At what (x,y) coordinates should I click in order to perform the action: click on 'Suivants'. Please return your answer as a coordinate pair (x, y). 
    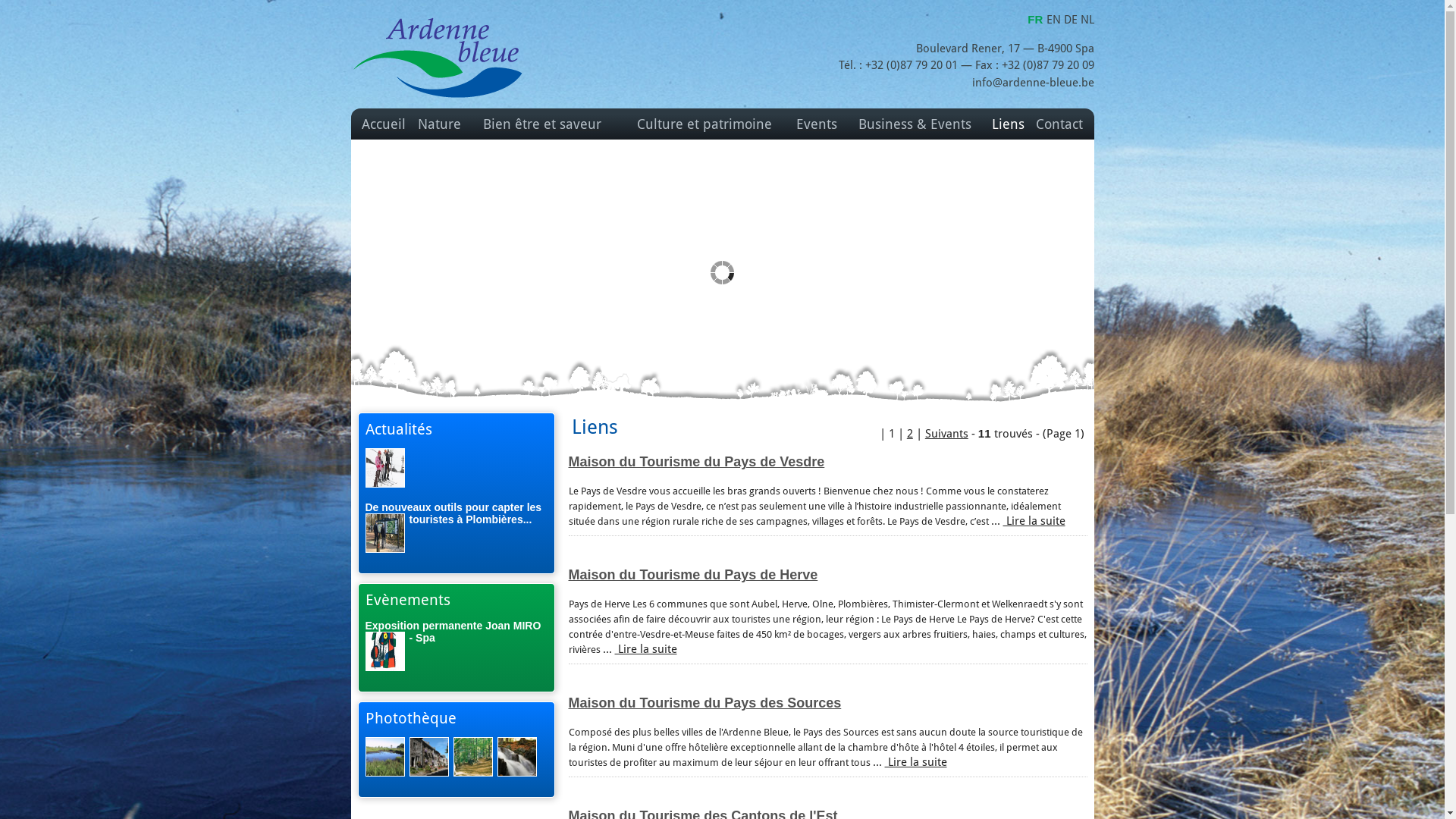
    Looking at the image, I should click on (946, 433).